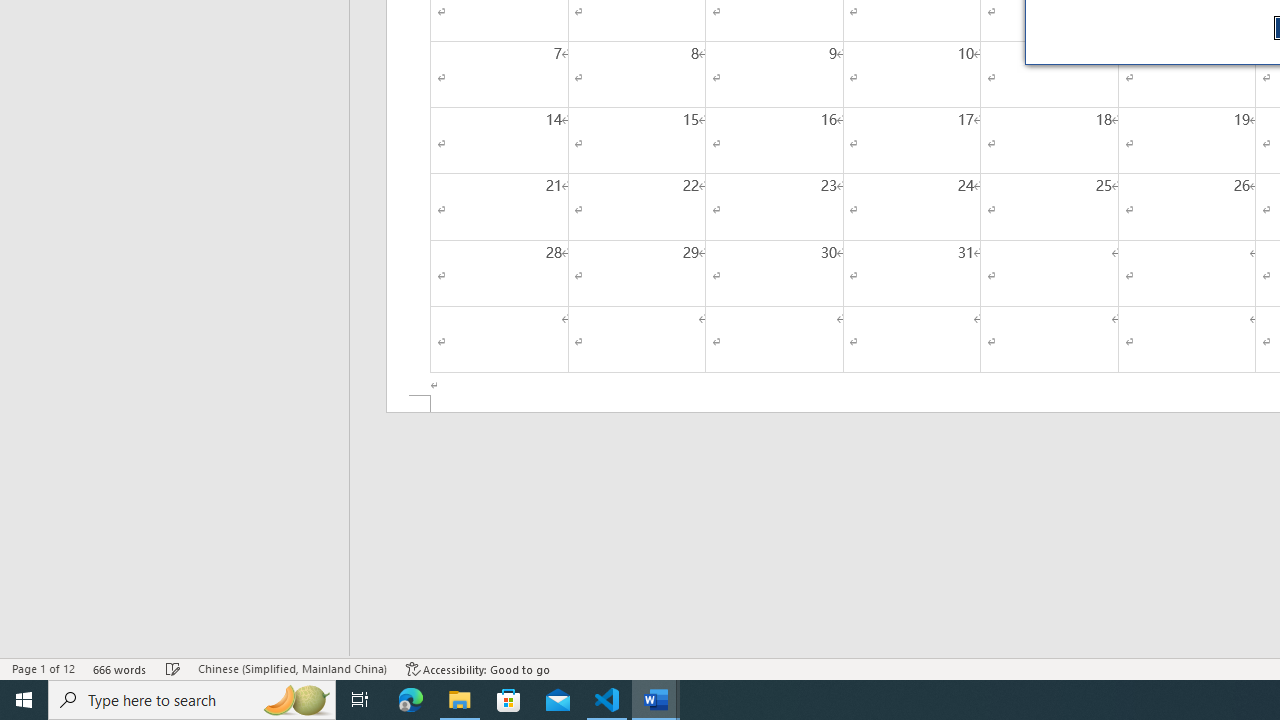  I want to click on 'Language Chinese (Simplified, Mainland China)', so click(291, 669).